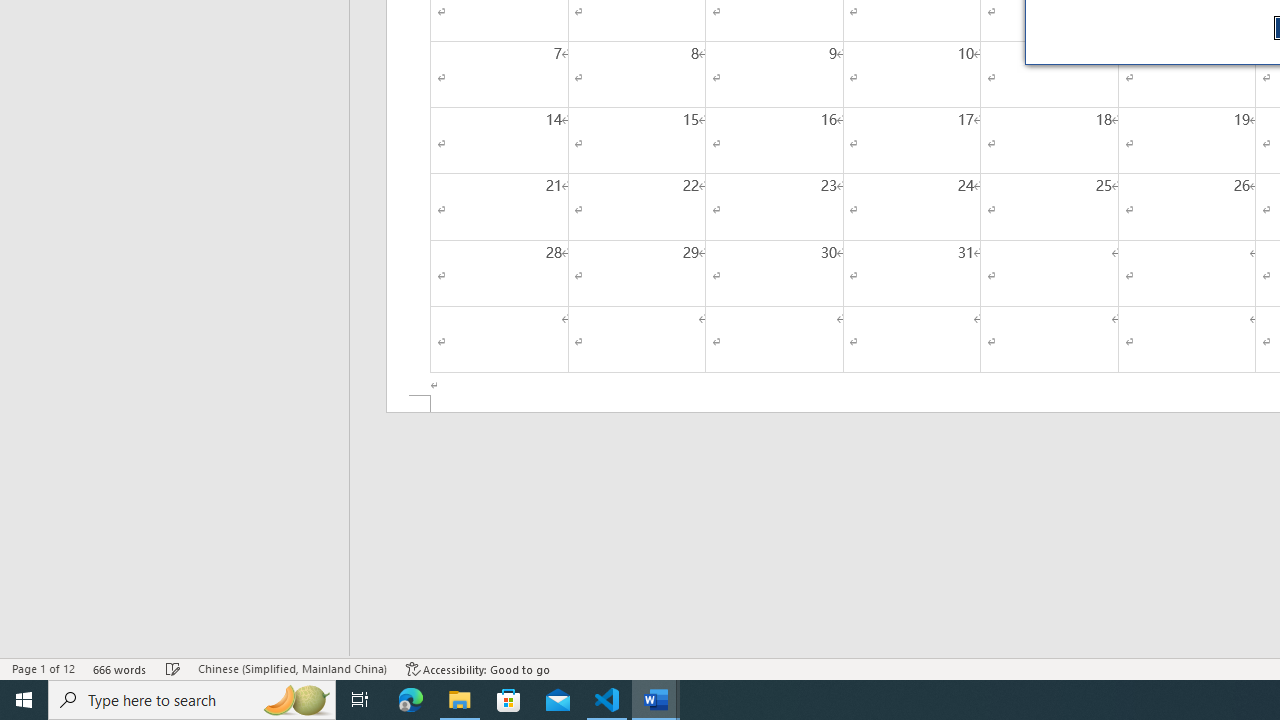  I want to click on 'Language Chinese (Simplified, Mainland China)', so click(291, 669).